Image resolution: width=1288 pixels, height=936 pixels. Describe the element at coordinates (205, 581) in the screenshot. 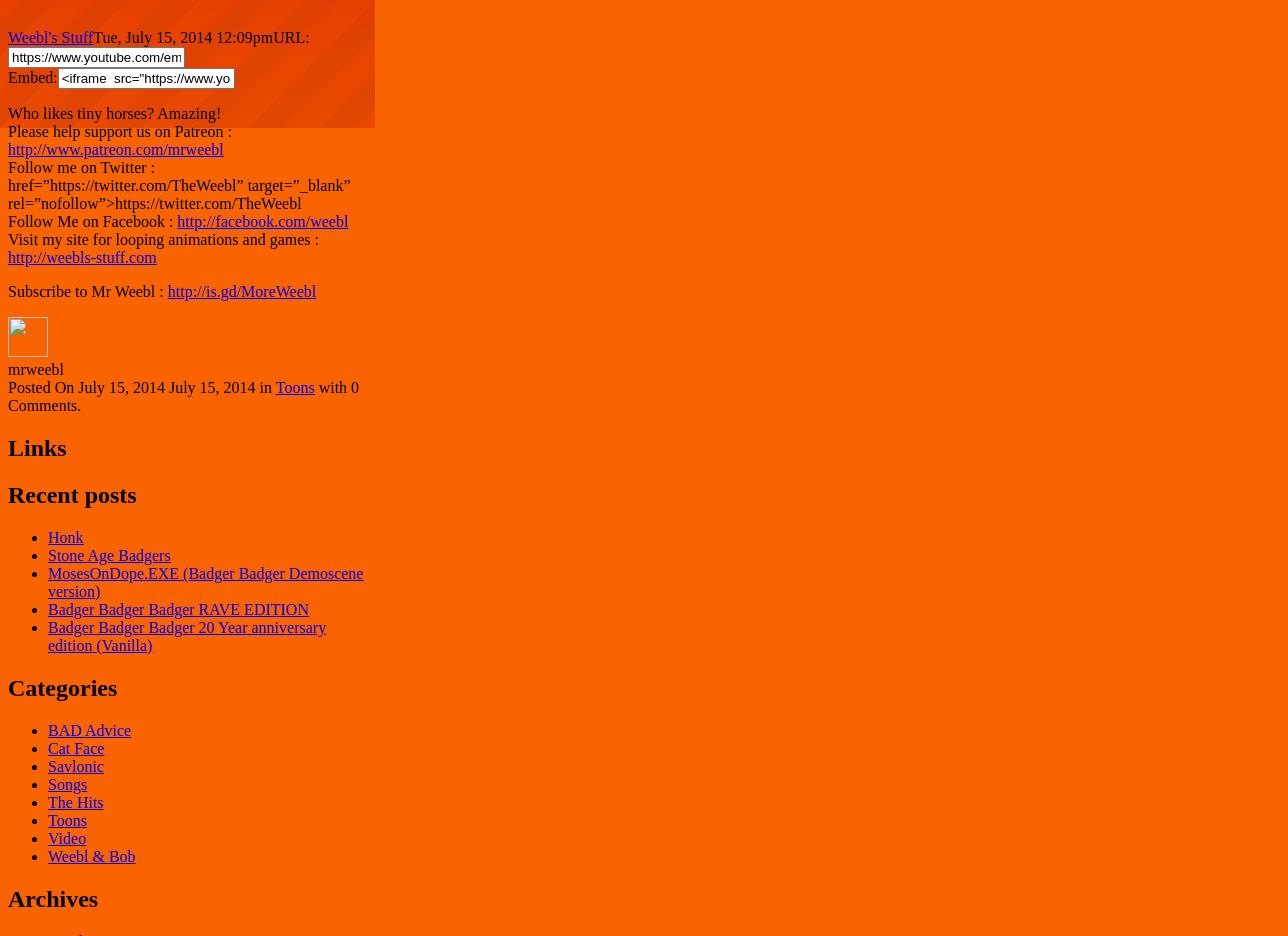

I see `'MosesOnDope.EXE (Badger Badger Demoscene version)'` at that location.